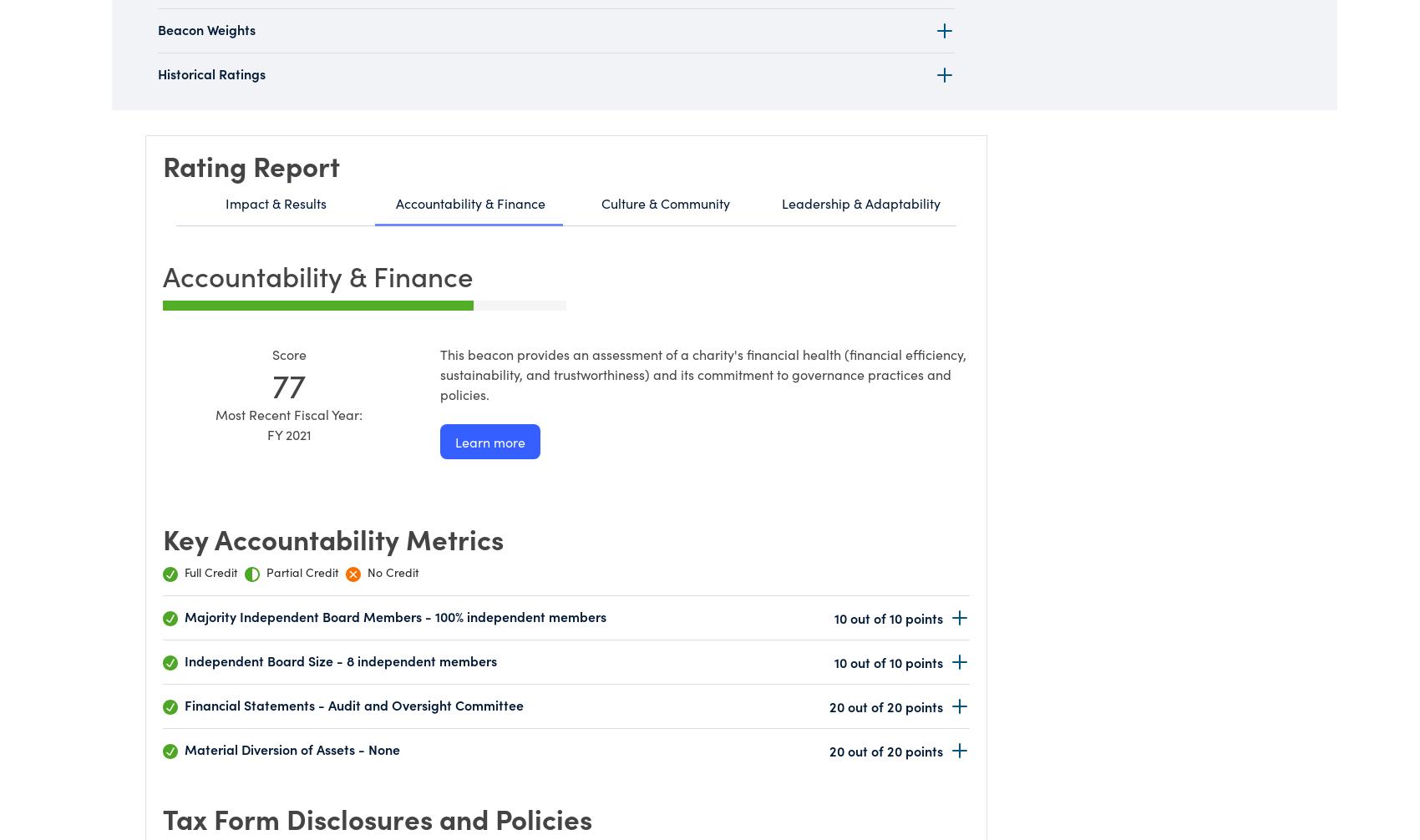 The image size is (1420, 840). Describe the element at coordinates (157, 29) in the screenshot. I see `'Beacon Weights'` at that location.